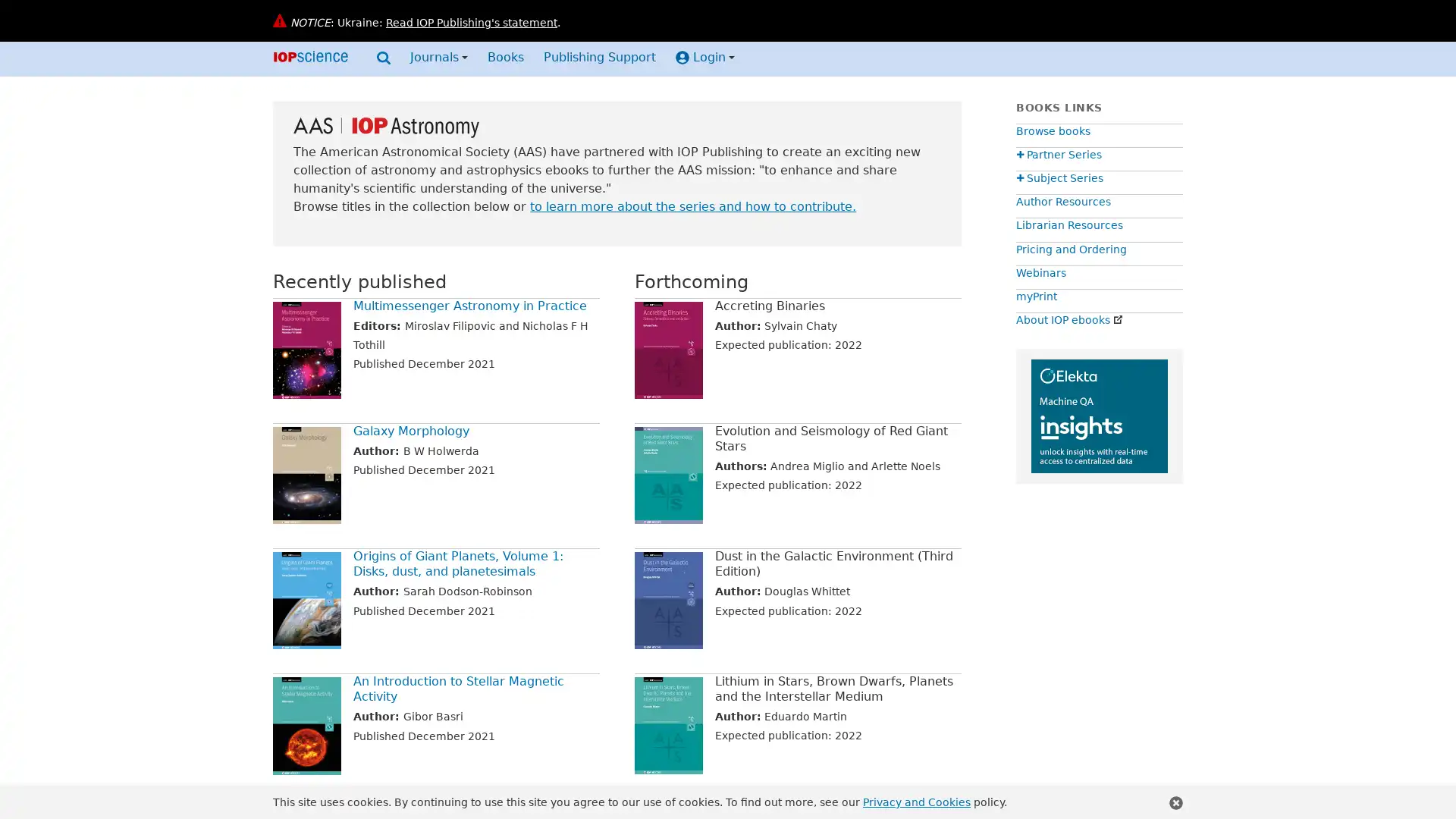  Describe the element at coordinates (1175, 802) in the screenshot. I see `Close this notification` at that location.